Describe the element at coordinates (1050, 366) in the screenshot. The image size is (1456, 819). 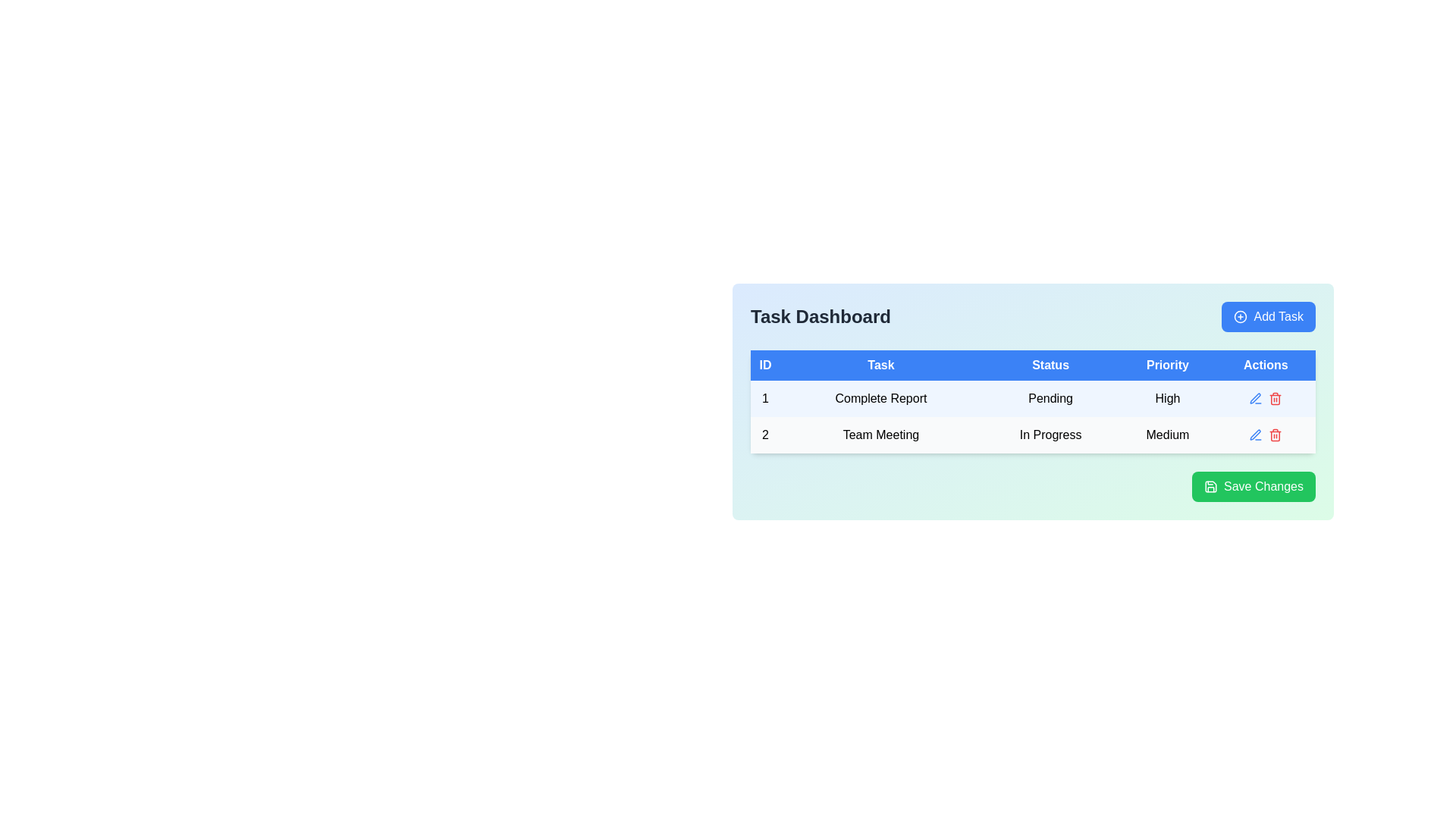
I see `the 'Status' text label, which is displayed in white within a blue box, located in the header row of a table between 'Task' and 'Priority' columns` at that location.